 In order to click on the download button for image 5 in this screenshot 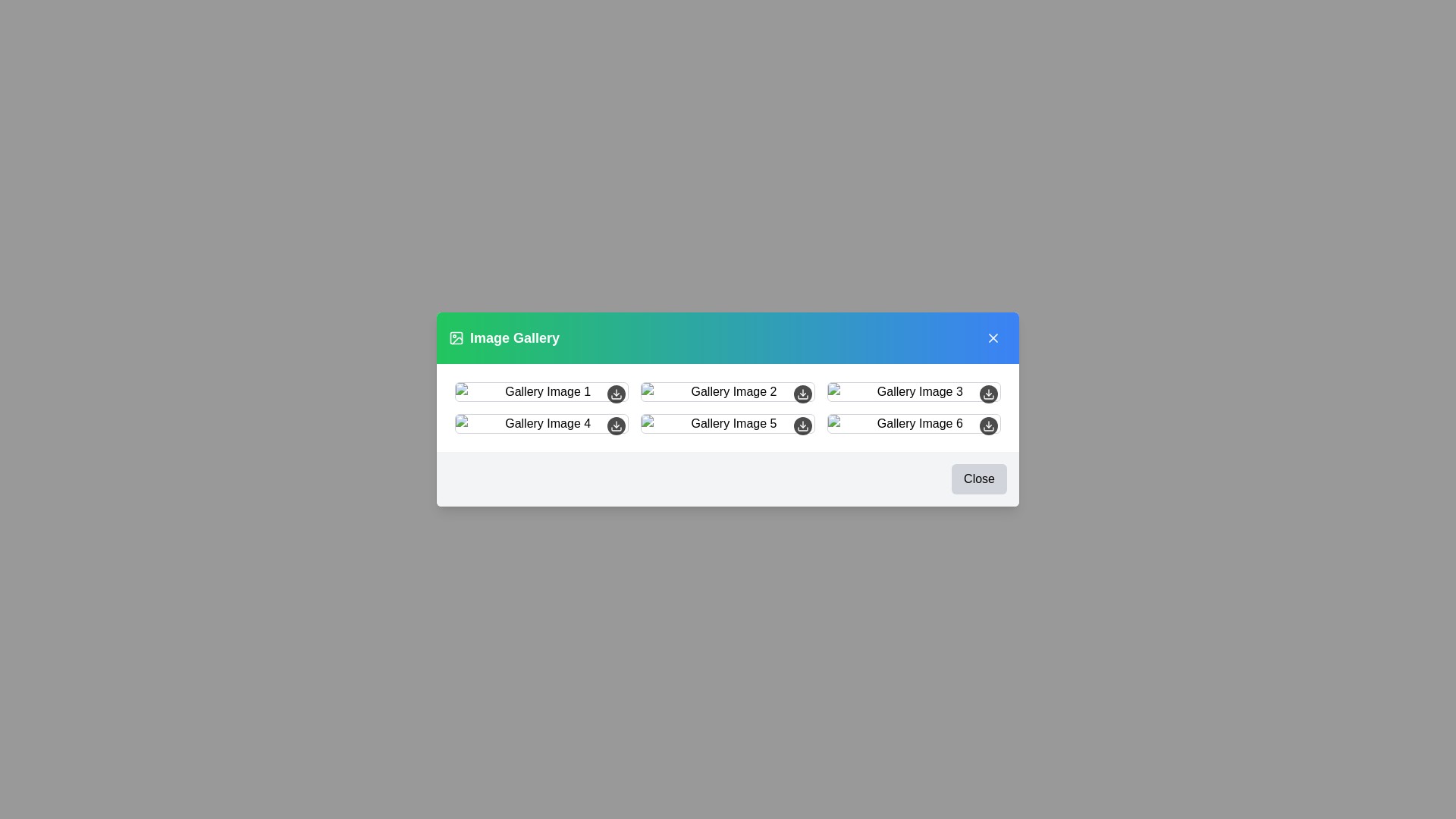, I will do `click(801, 426)`.